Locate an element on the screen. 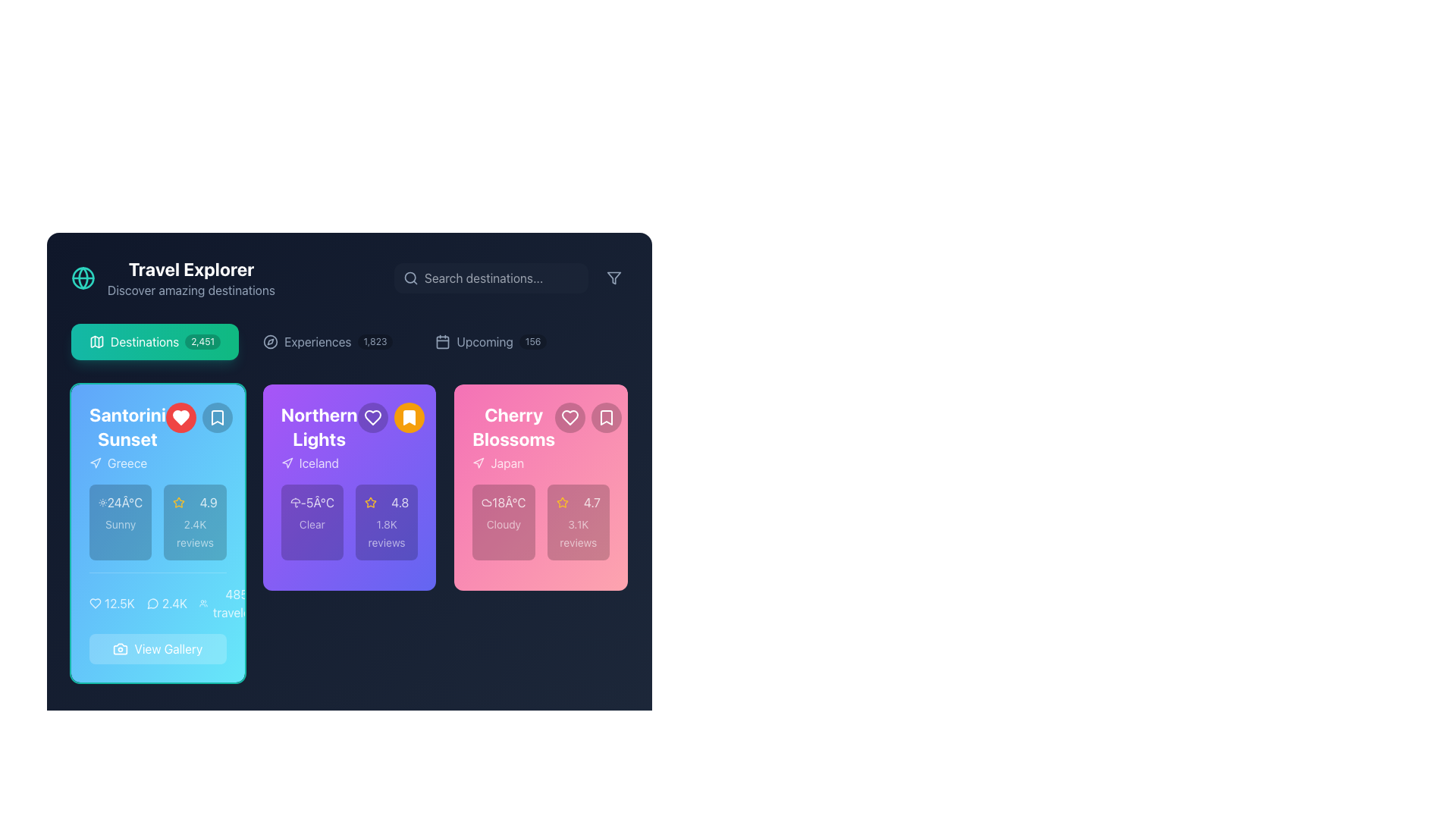  the text label displaying the value '4.8' next to the yellow star icon within the purple card labeled 'Northern Lights' for potential interactions is located at coordinates (387, 503).